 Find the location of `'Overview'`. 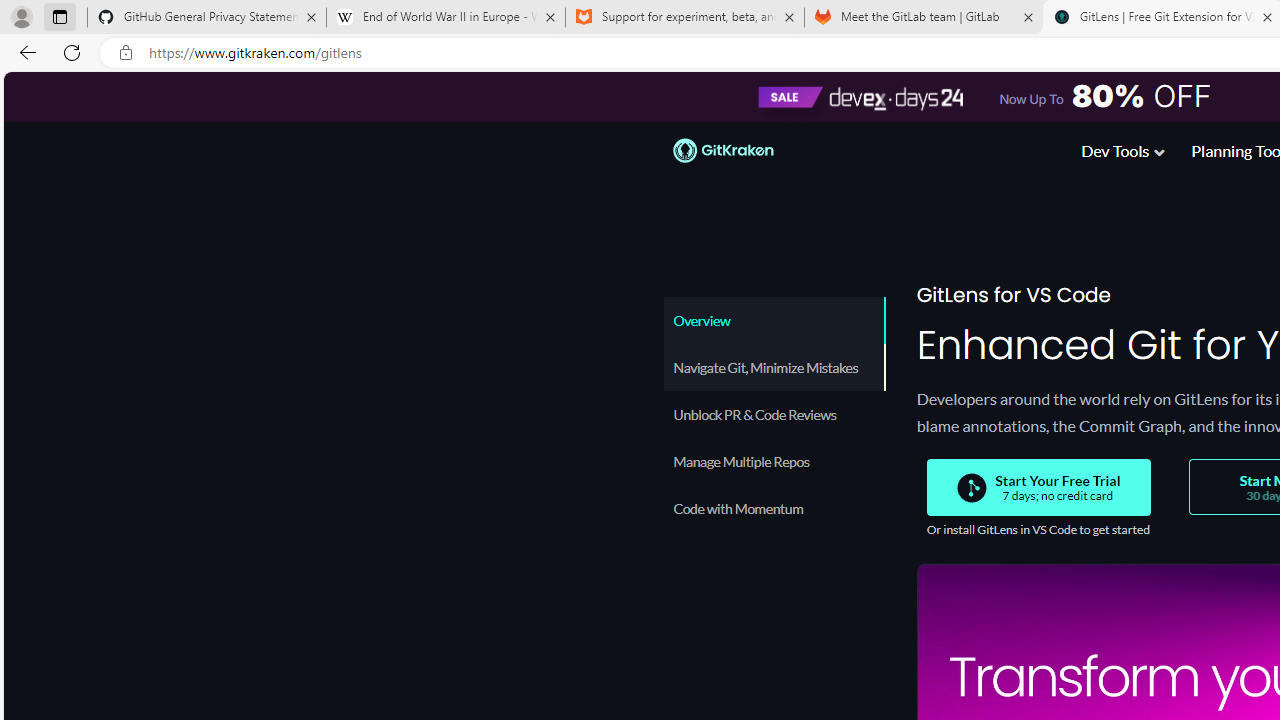

'Overview' is located at coordinates (772, 319).